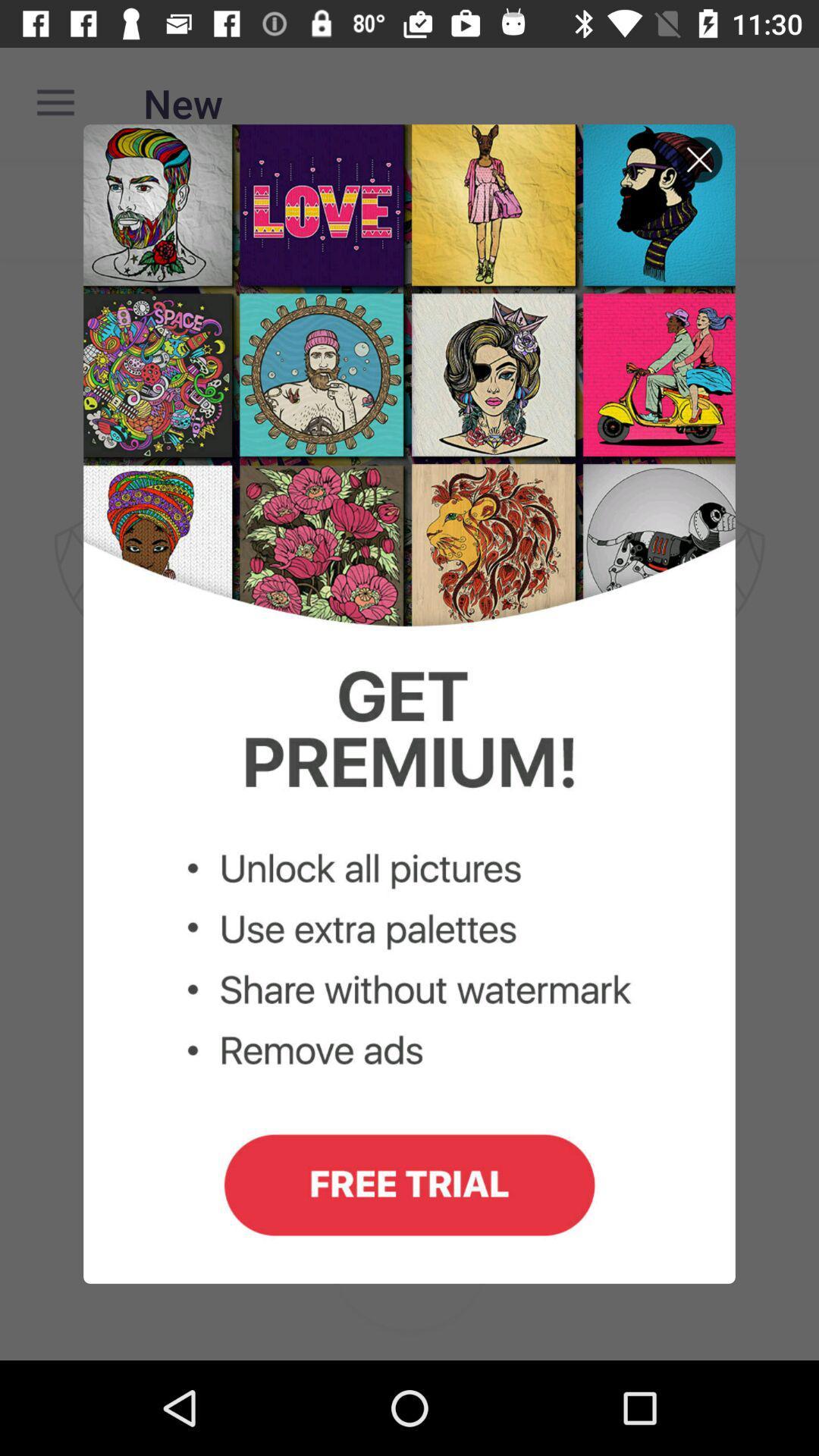 Image resolution: width=819 pixels, height=1456 pixels. What do you see at coordinates (699, 159) in the screenshot?
I see `exit` at bounding box center [699, 159].